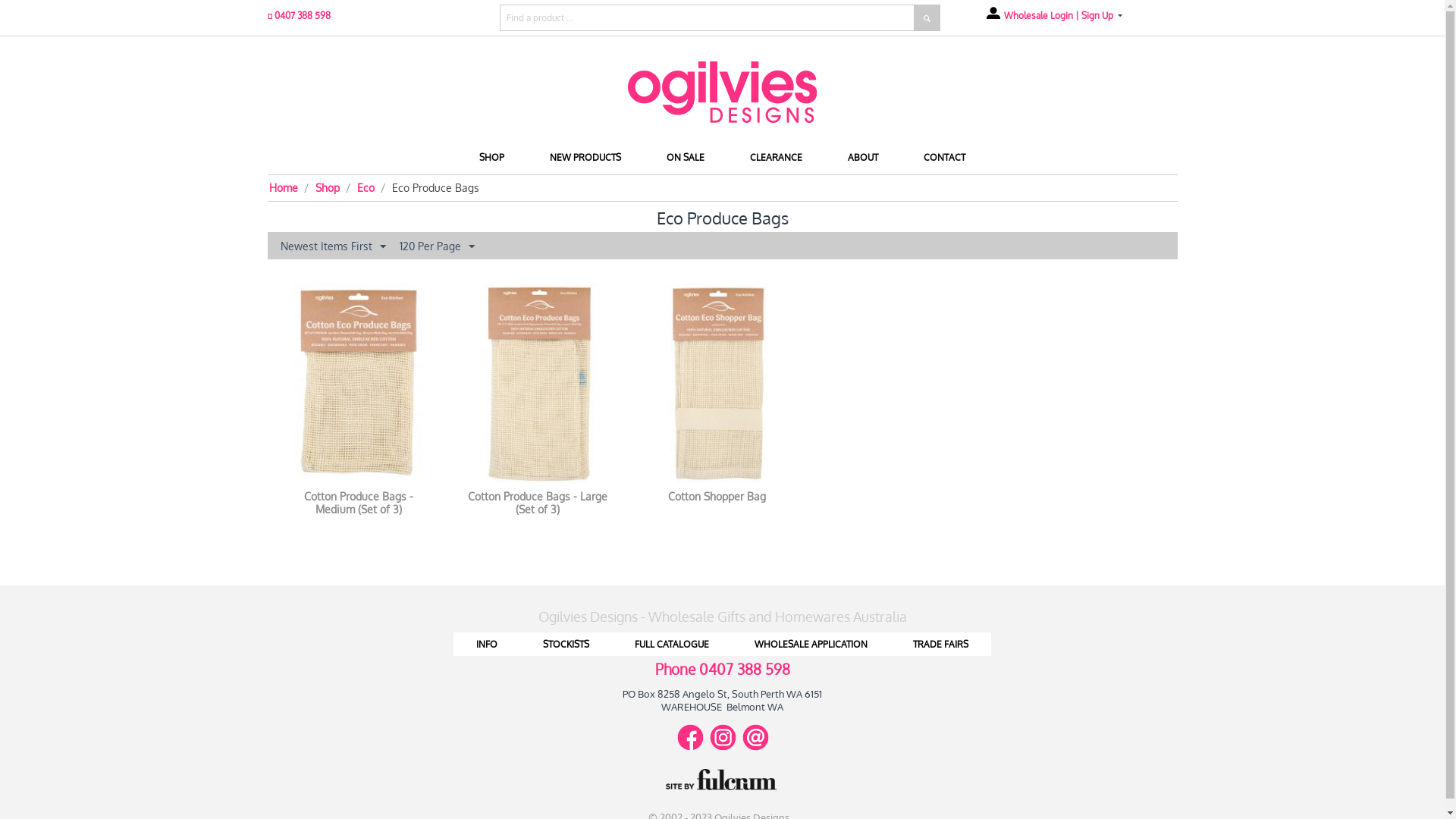 This screenshot has height=819, width=1456. Describe the element at coordinates (453, 644) in the screenshot. I see `'INFO'` at that location.